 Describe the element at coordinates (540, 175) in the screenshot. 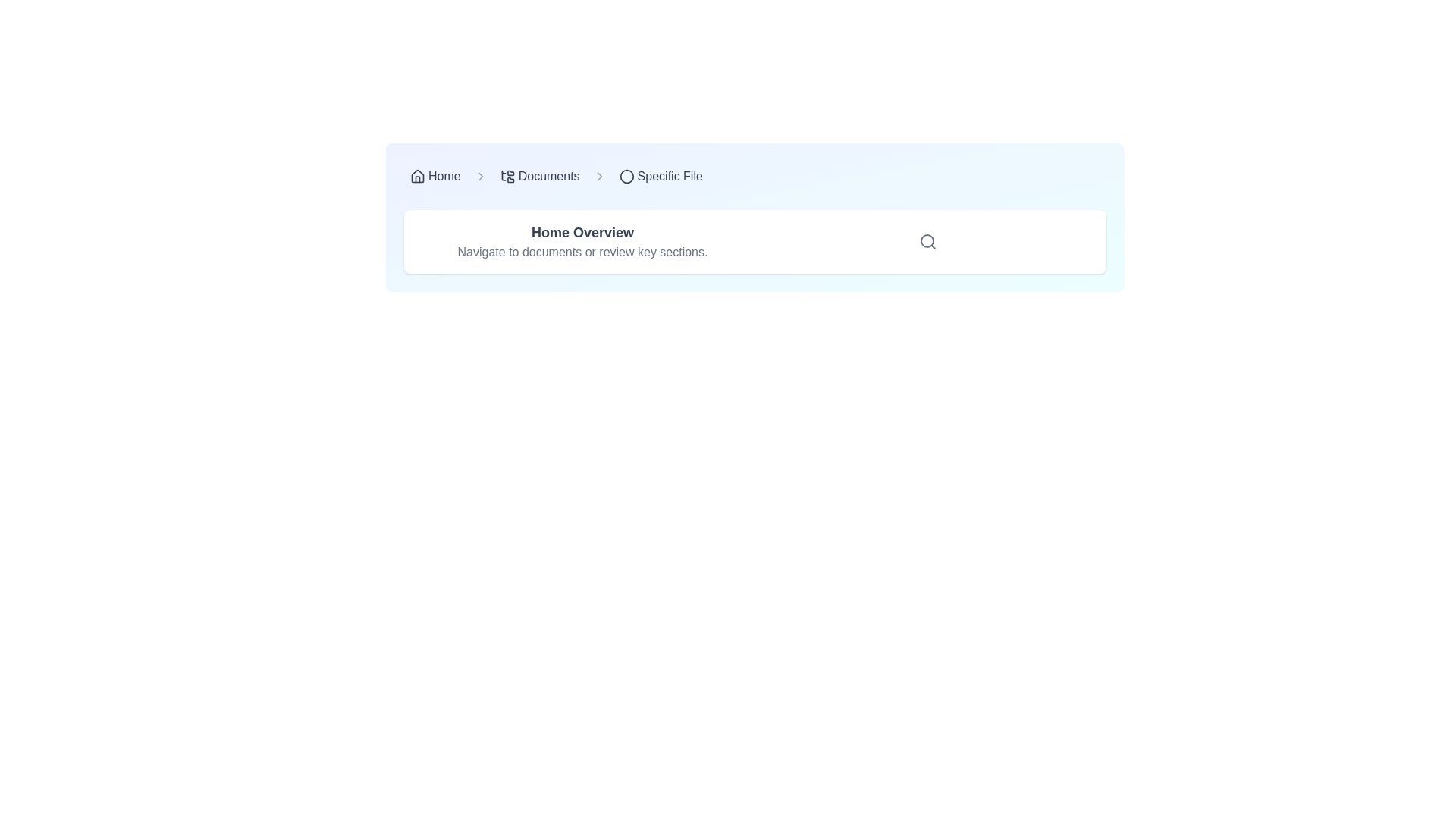

I see `the 'Documents' clickable navigation link in the breadcrumb trail` at that location.